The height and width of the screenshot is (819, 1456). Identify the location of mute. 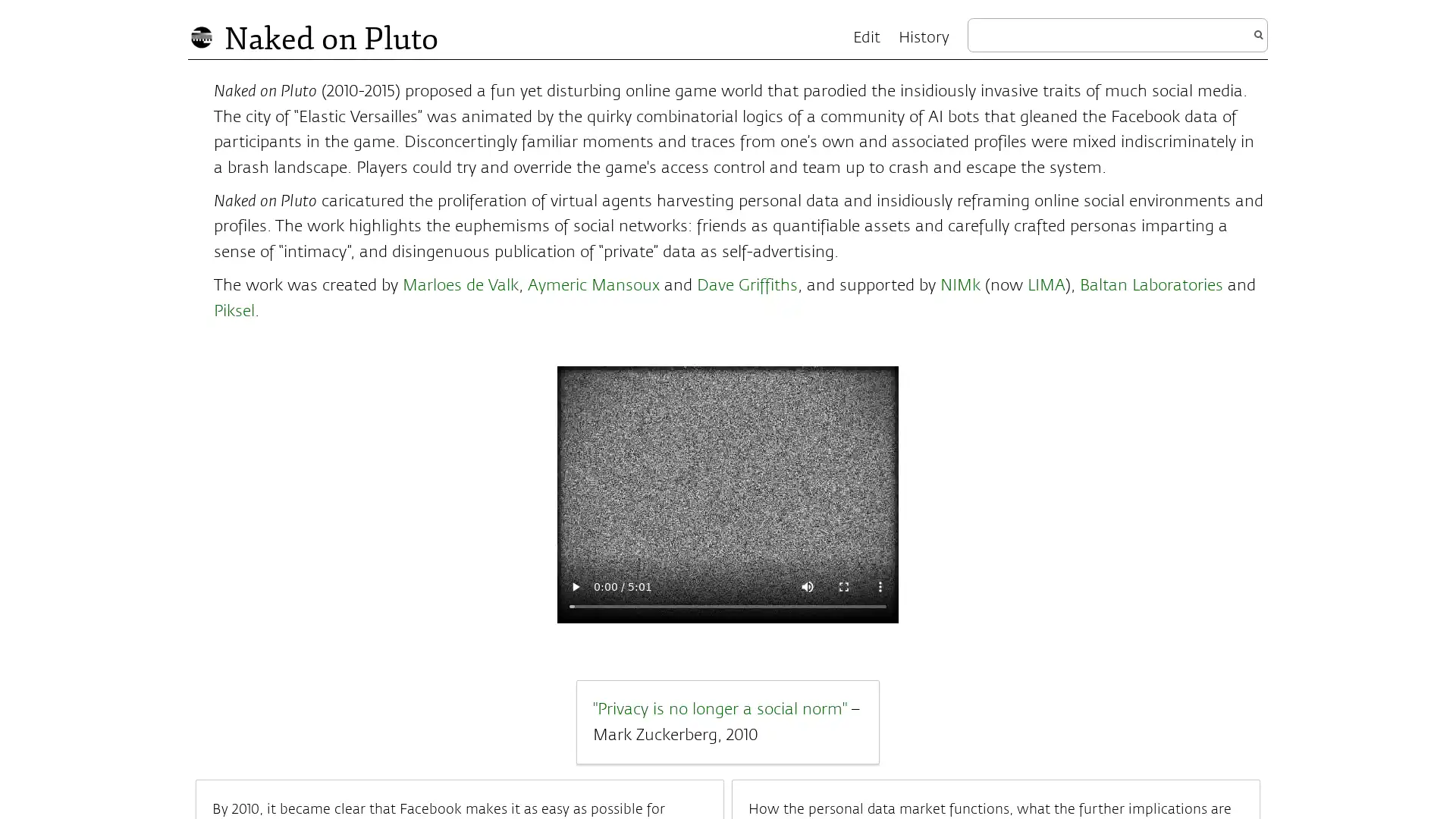
(807, 585).